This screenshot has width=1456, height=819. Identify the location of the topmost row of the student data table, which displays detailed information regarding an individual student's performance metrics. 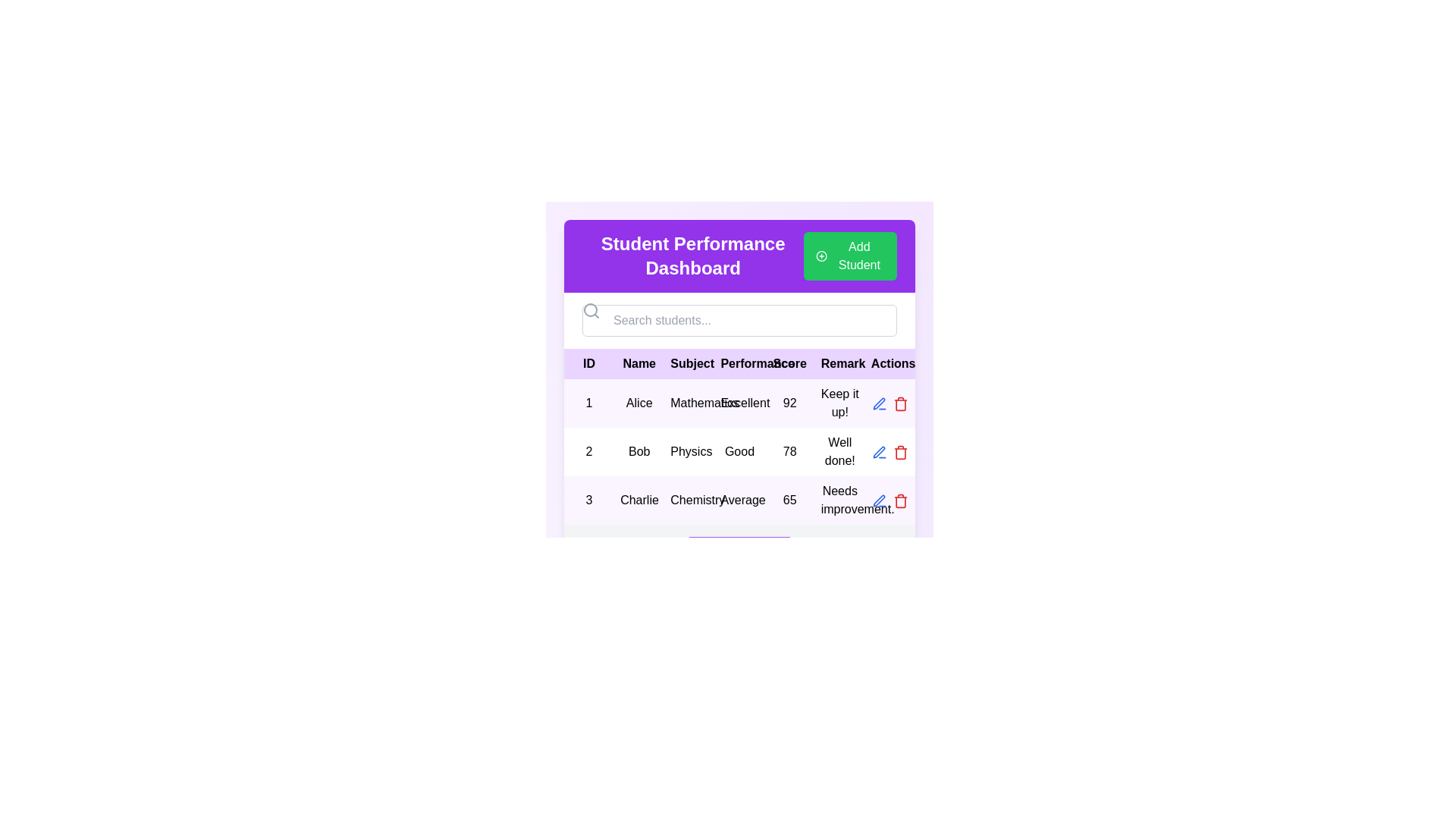
(739, 403).